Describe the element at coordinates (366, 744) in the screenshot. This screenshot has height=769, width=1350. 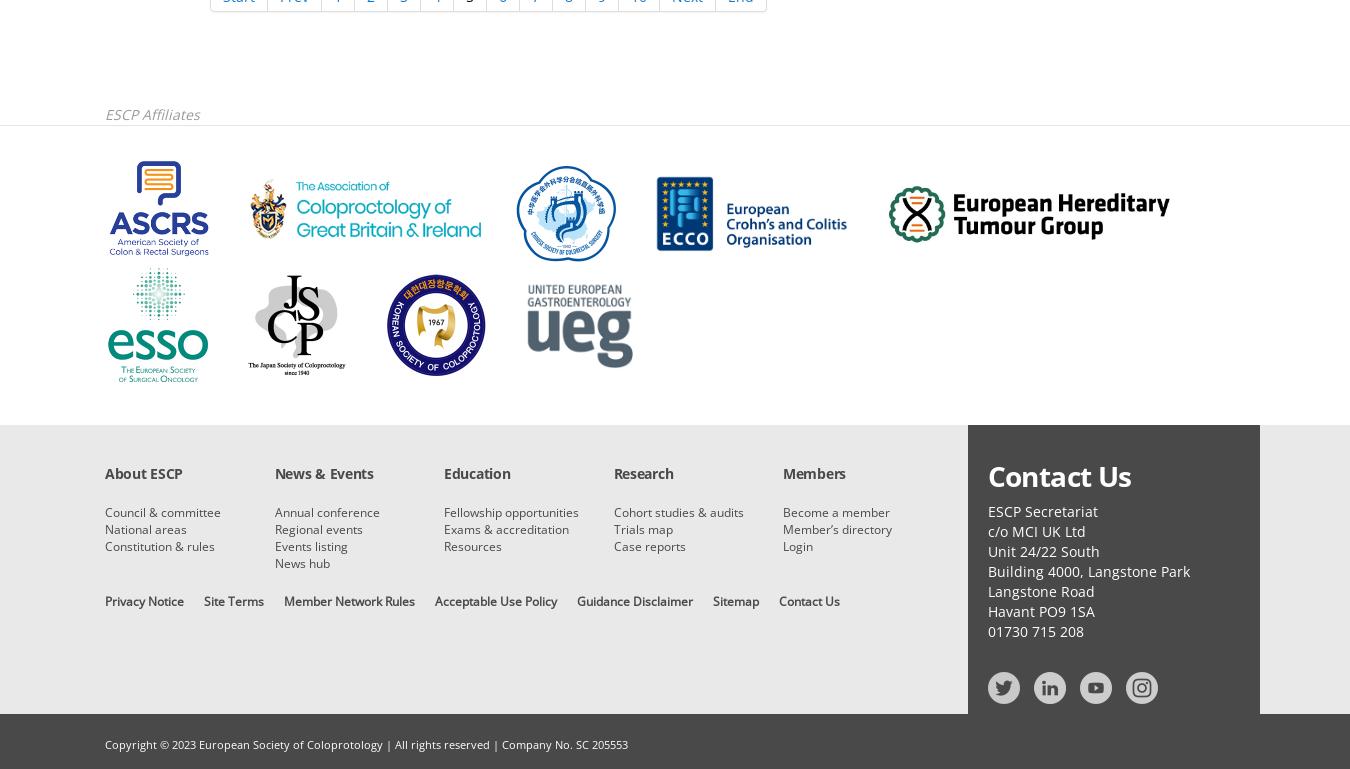
I see `'Copyright © 2023 European Society of Coloprotology | All rights reserved | Company No. SC 205553'` at that location.